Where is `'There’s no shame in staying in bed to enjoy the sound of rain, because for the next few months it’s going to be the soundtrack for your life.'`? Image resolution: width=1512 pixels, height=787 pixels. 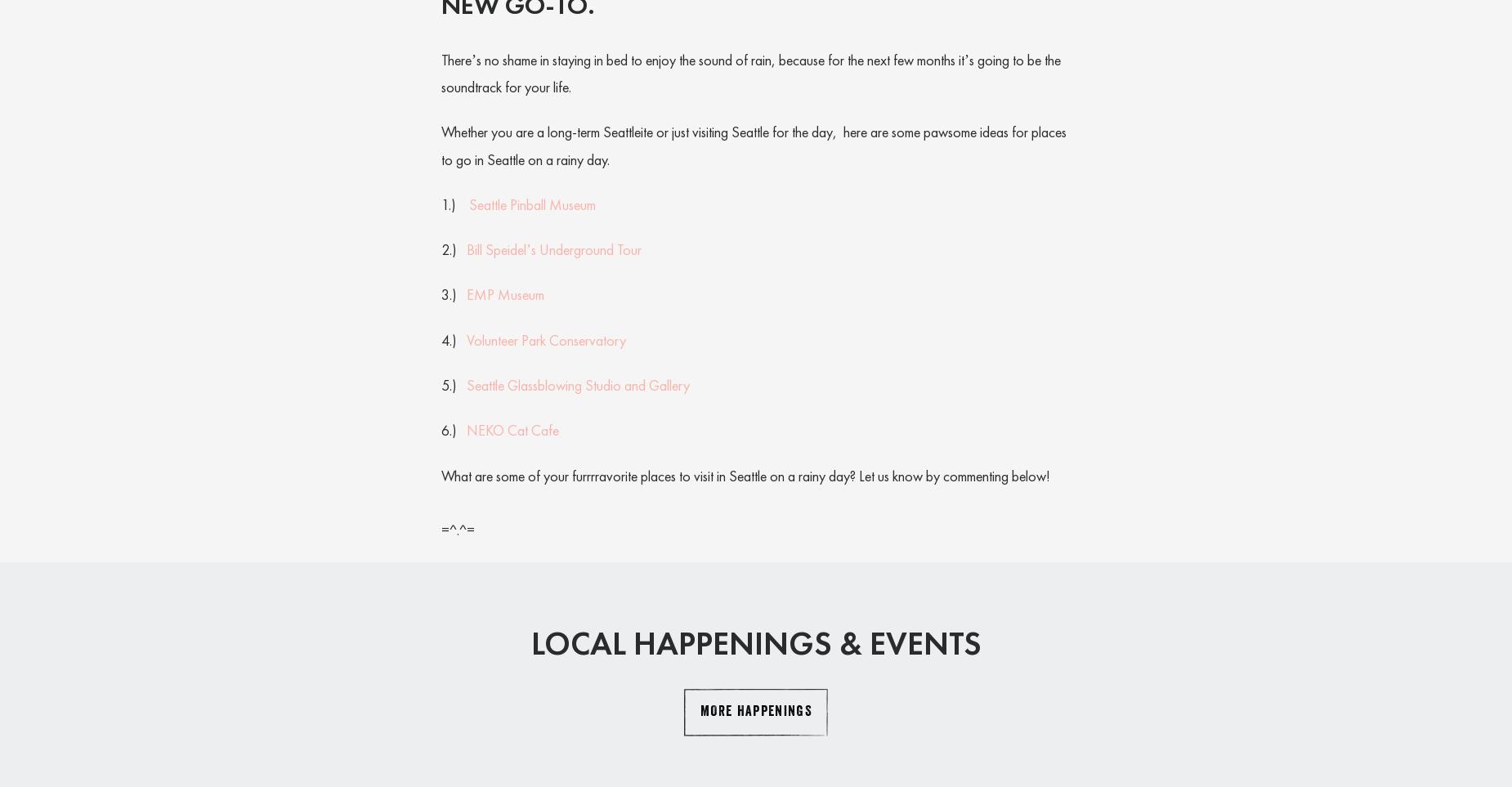
'There’s no shame in staying in bed to enjoy the sound of rain, because for the next few months it’s going to be the soundtrack for your life.' is located at coordinates (441, 71).